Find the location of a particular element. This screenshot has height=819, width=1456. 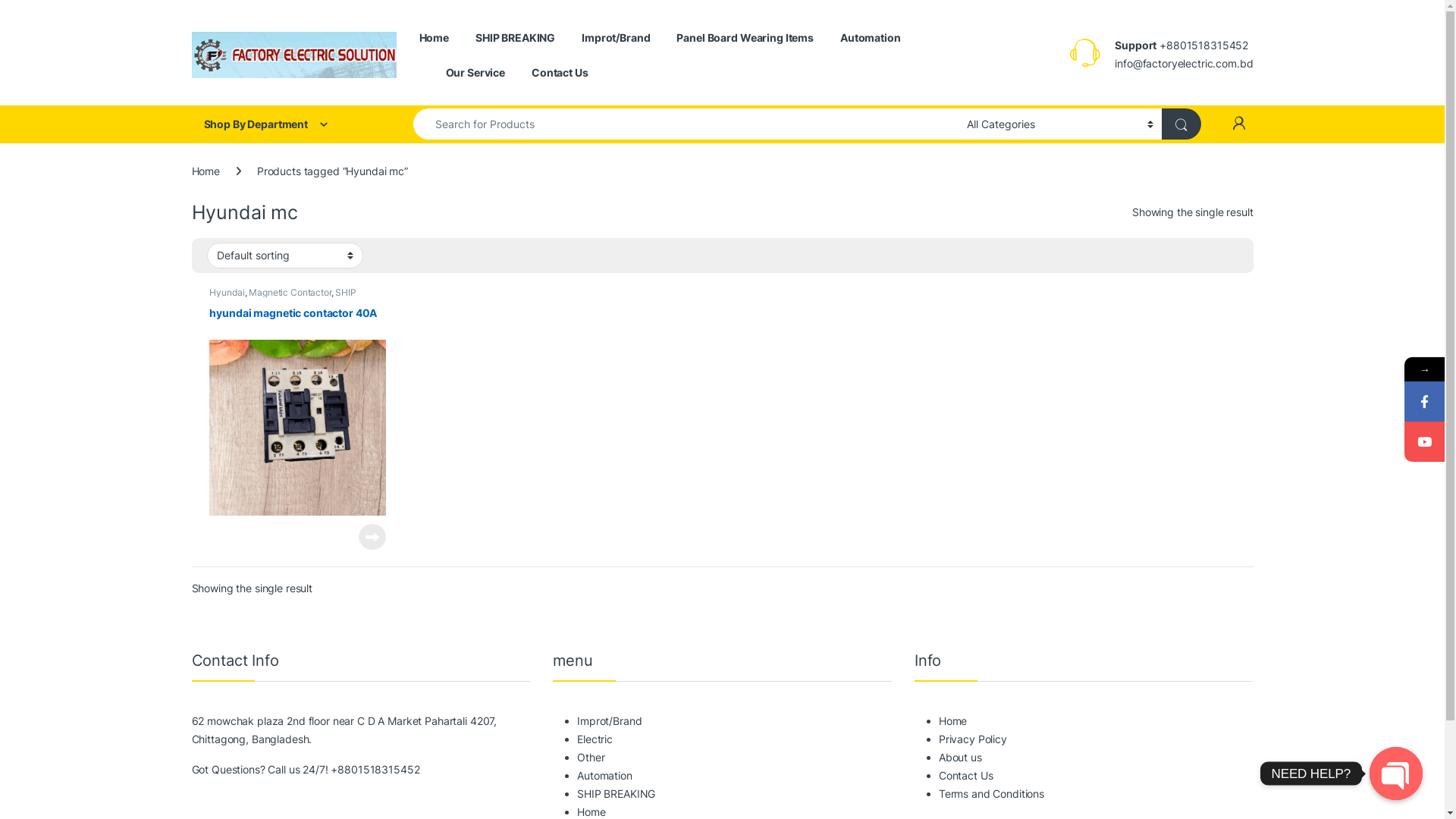

'About us' is located at coordinates (959, 757).